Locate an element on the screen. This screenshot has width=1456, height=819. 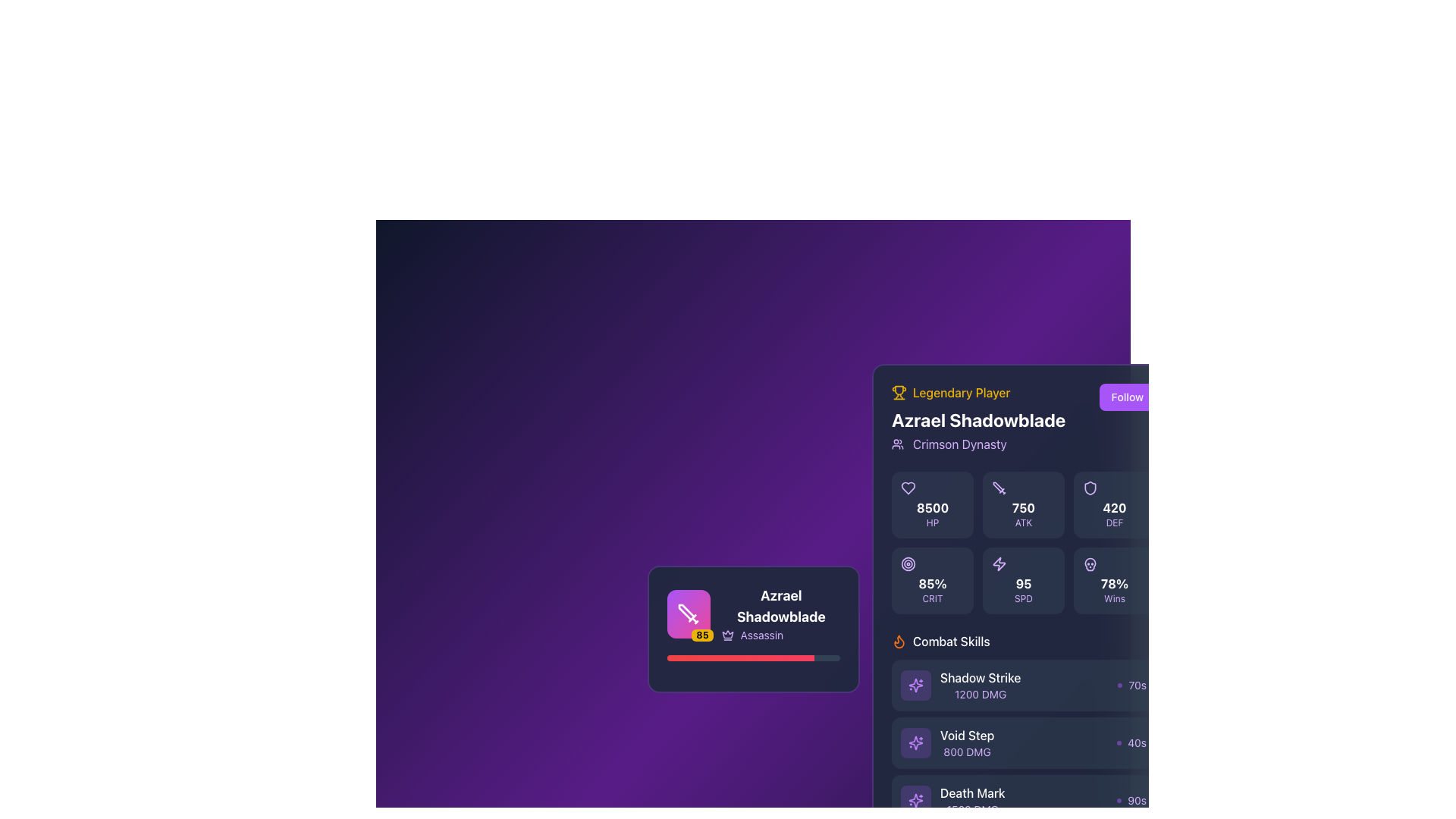
the displayed damage value ('DMG') of 800 for the 'Void Step' ability, which is located in the 'Combat Skills' section, directly below its title is located at coordinates (966, 752).